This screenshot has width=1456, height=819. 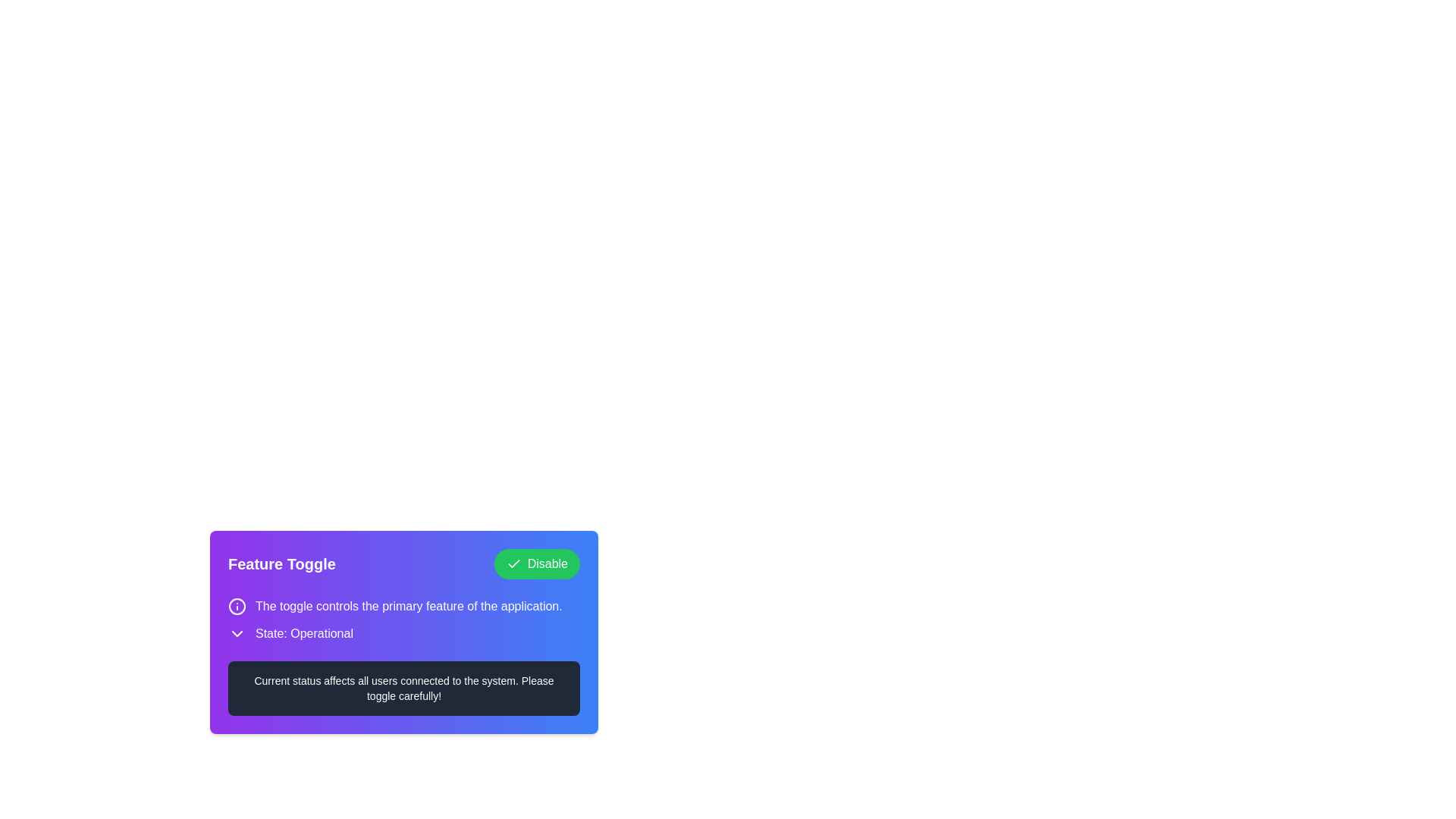 I want to click on the informational icon located to the far left of the text description, which serves to symbolize additional information, so click(x=236, y=605).